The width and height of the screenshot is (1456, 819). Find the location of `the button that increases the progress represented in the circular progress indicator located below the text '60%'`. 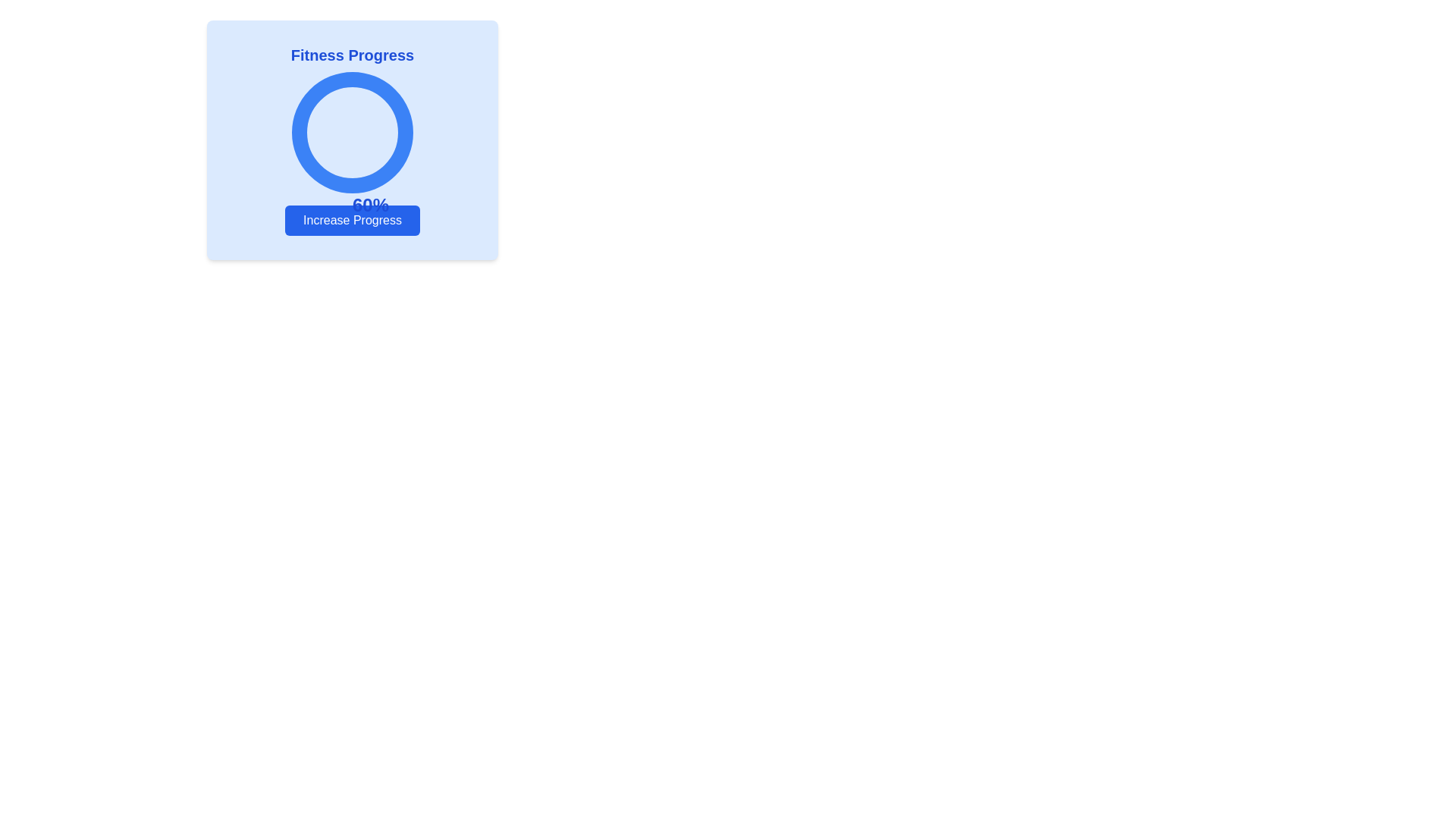

the button that increases the progress represented in the circular progress indicator located below the text '60%' is located at coordinates (352, 220).